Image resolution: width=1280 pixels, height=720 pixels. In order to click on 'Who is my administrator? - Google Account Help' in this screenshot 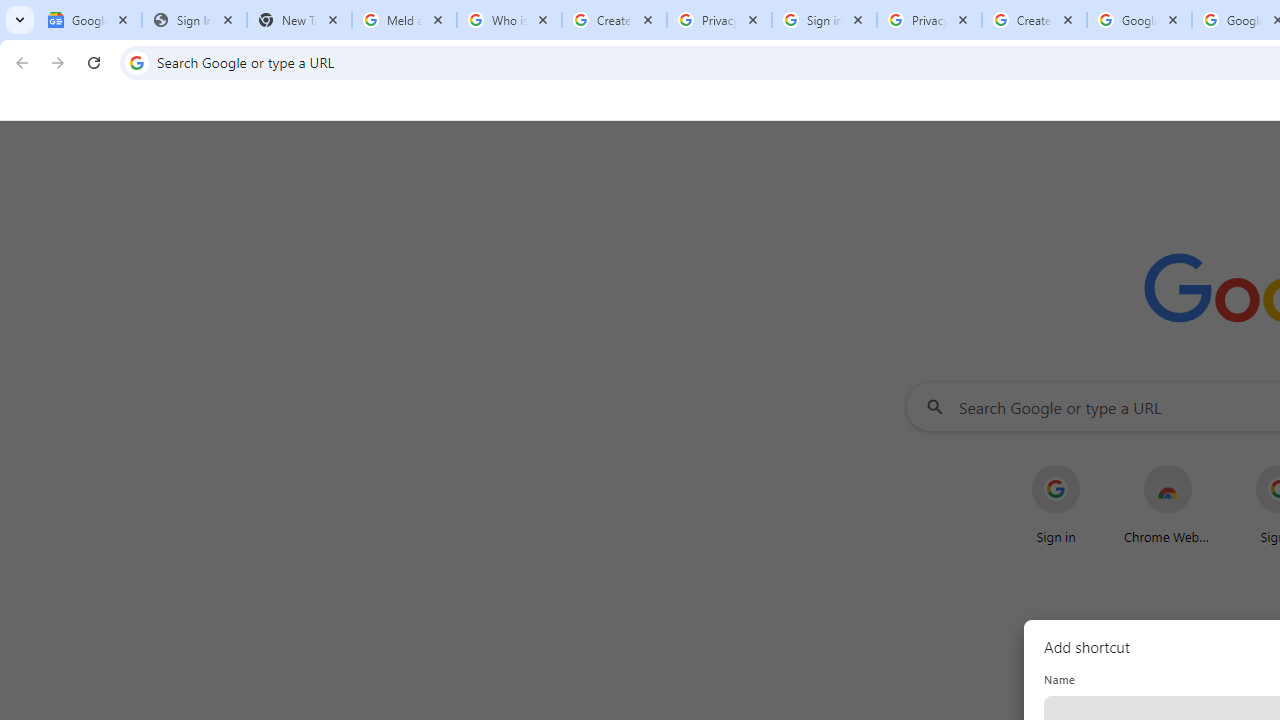, I will do `click(509, 20)`.